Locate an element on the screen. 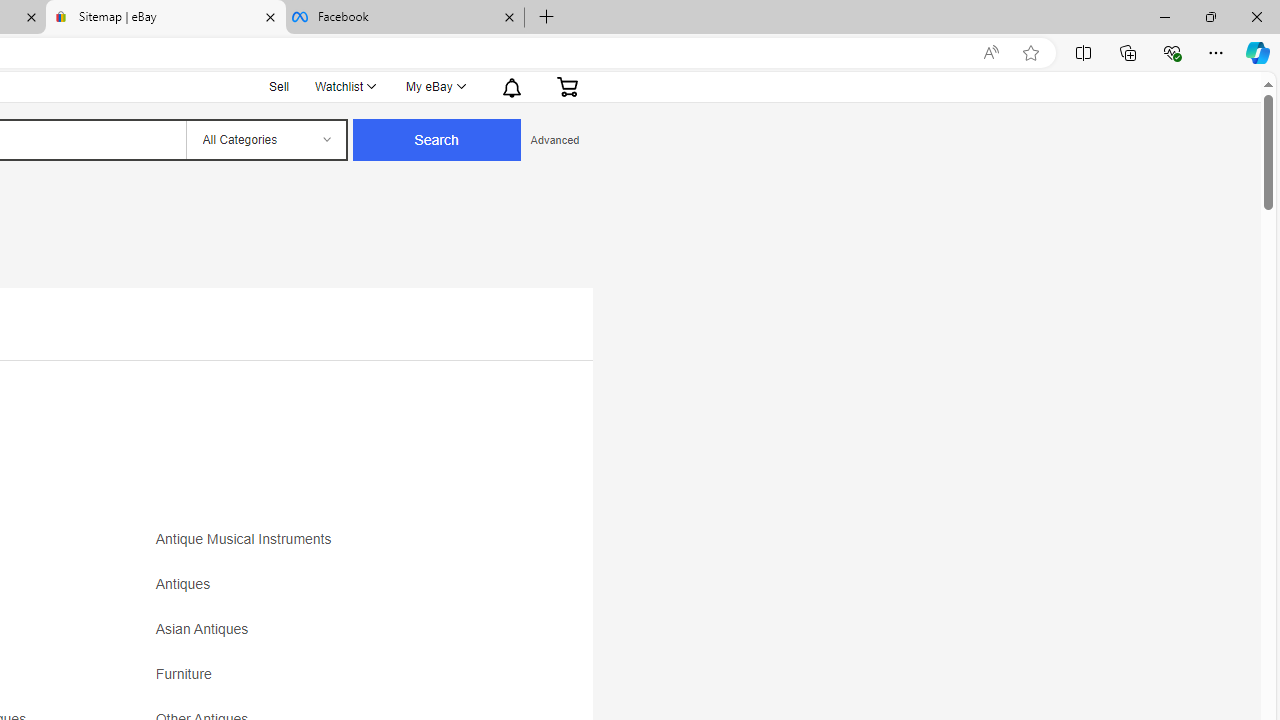 This screenshot has height=720, width=1280. 'Split screen' is located at coordinates (1082, 51).